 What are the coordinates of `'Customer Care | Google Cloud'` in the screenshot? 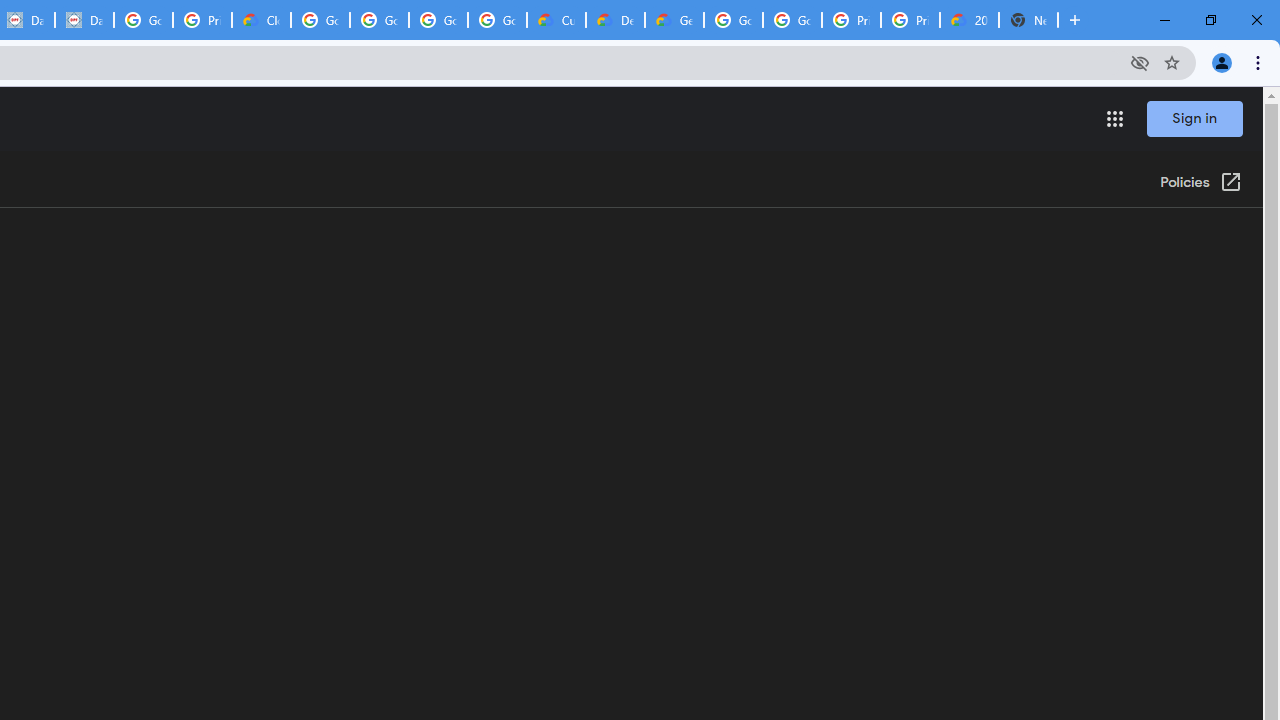 It's located at (556, 20).